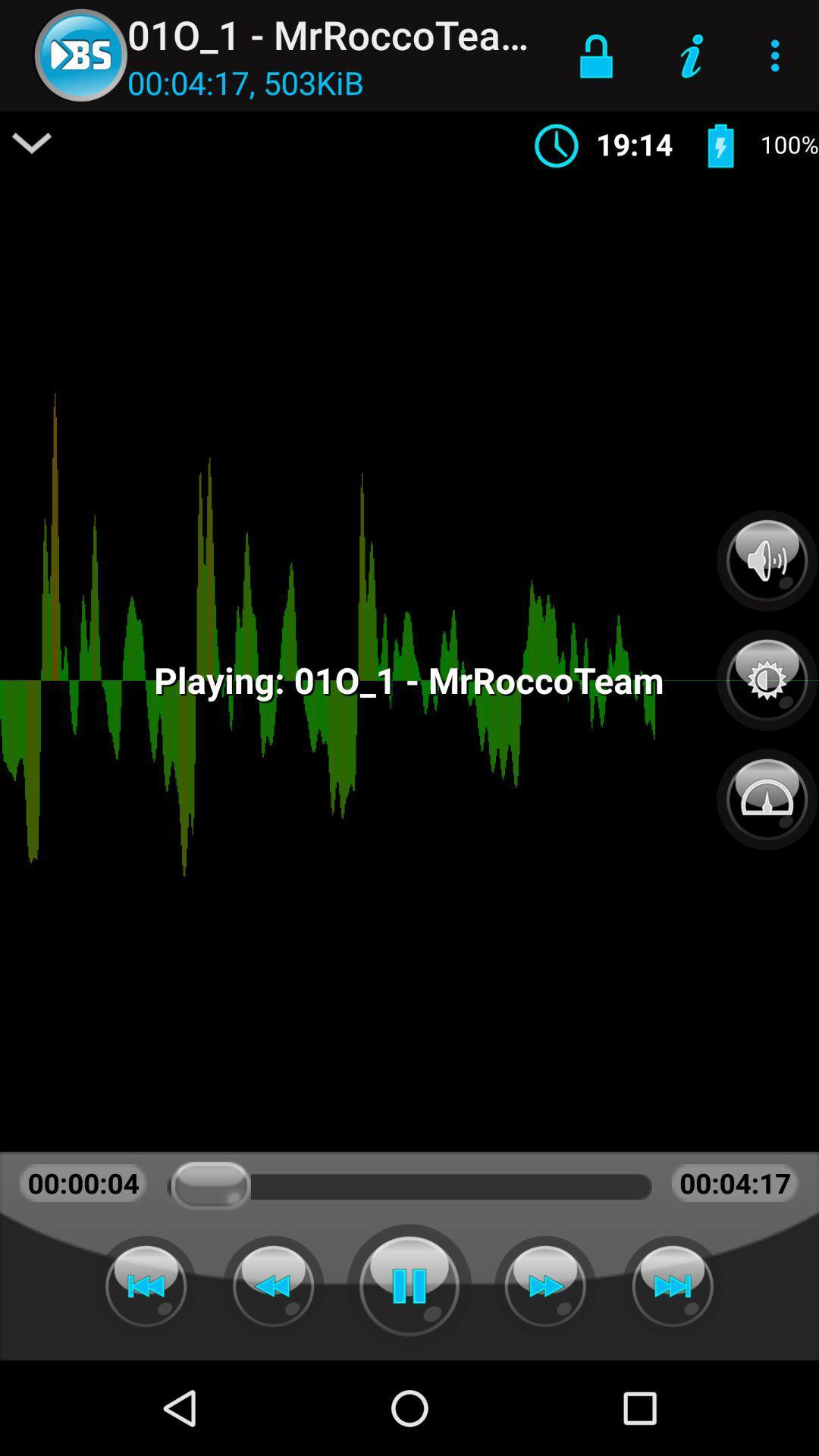  Describe the element at coordinates (146, 1285) in the screenshot. I see `forward bar` at that location.